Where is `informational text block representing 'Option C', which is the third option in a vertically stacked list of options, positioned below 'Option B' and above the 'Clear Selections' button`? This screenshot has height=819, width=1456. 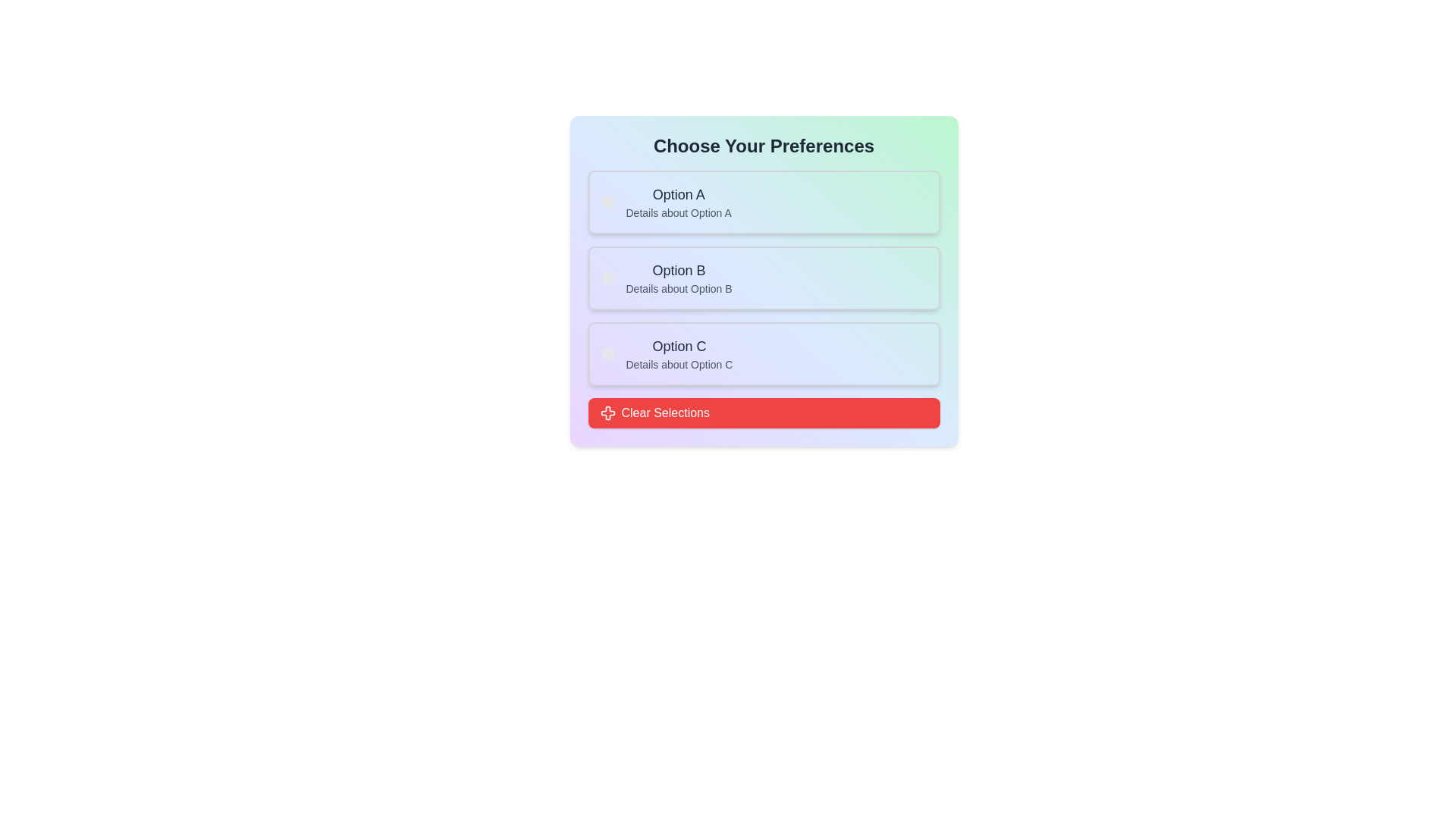 informational text block representing 'Option C', which is the third option in a vertically stacked list of options, positioned below 'Option B' and above the 'Clear Selections' button is located at coordinates (678, 353).